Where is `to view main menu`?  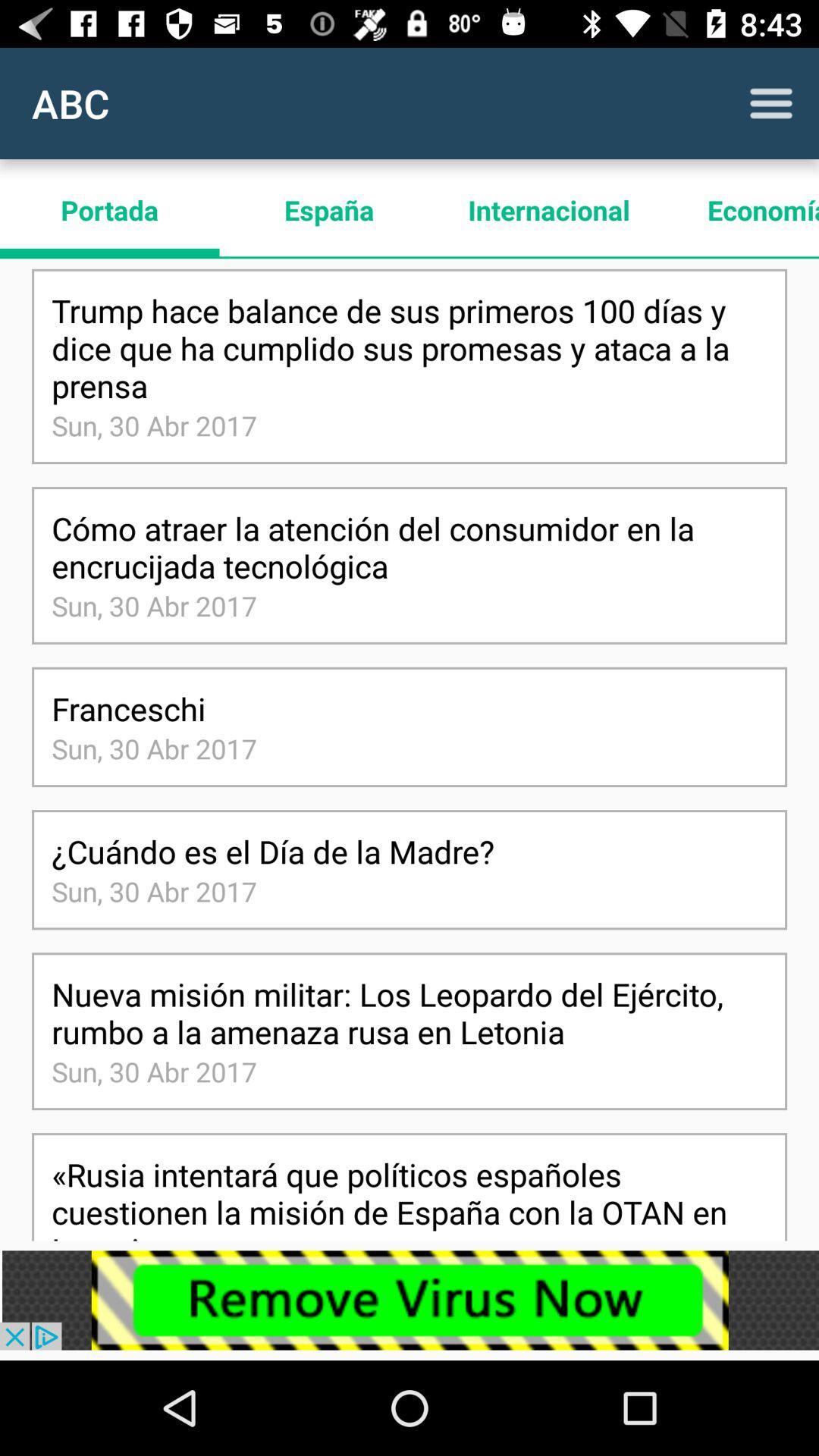
to view main menu is located at coordinates (771, 102).